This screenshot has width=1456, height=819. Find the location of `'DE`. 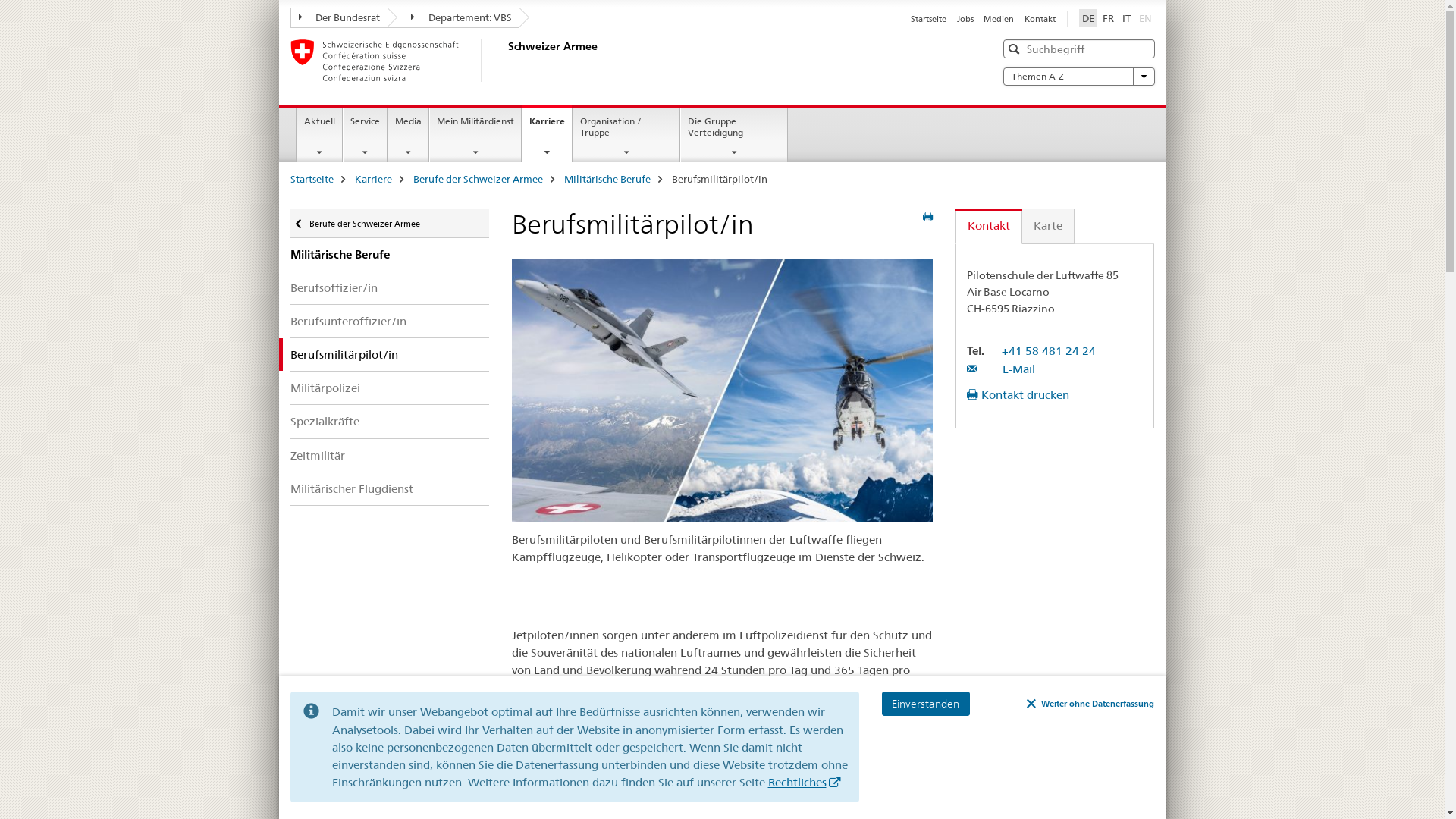

'DE is located at coordinates (1087, 17).